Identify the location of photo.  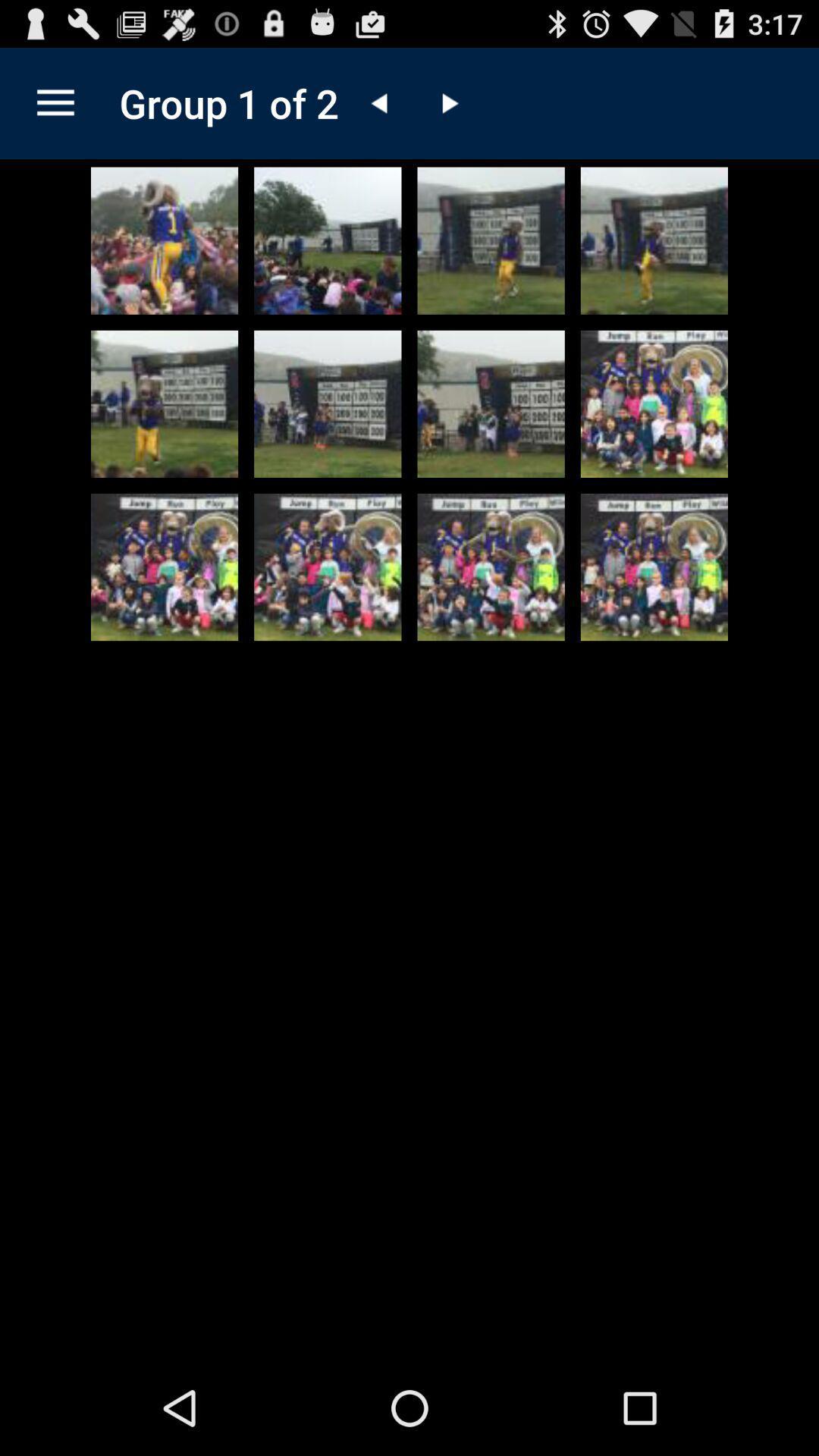
(327, 403).